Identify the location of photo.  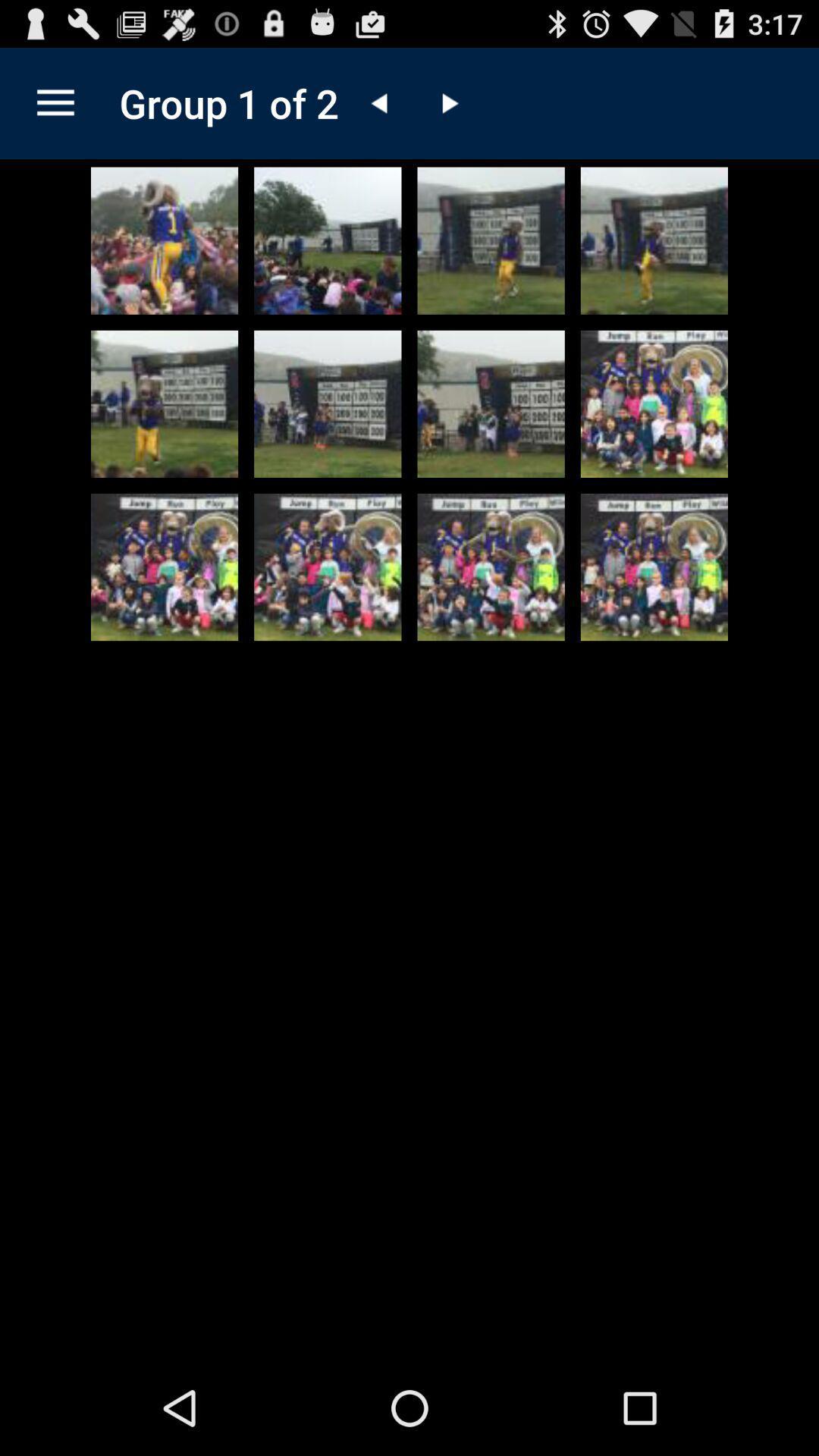
(327, 403).